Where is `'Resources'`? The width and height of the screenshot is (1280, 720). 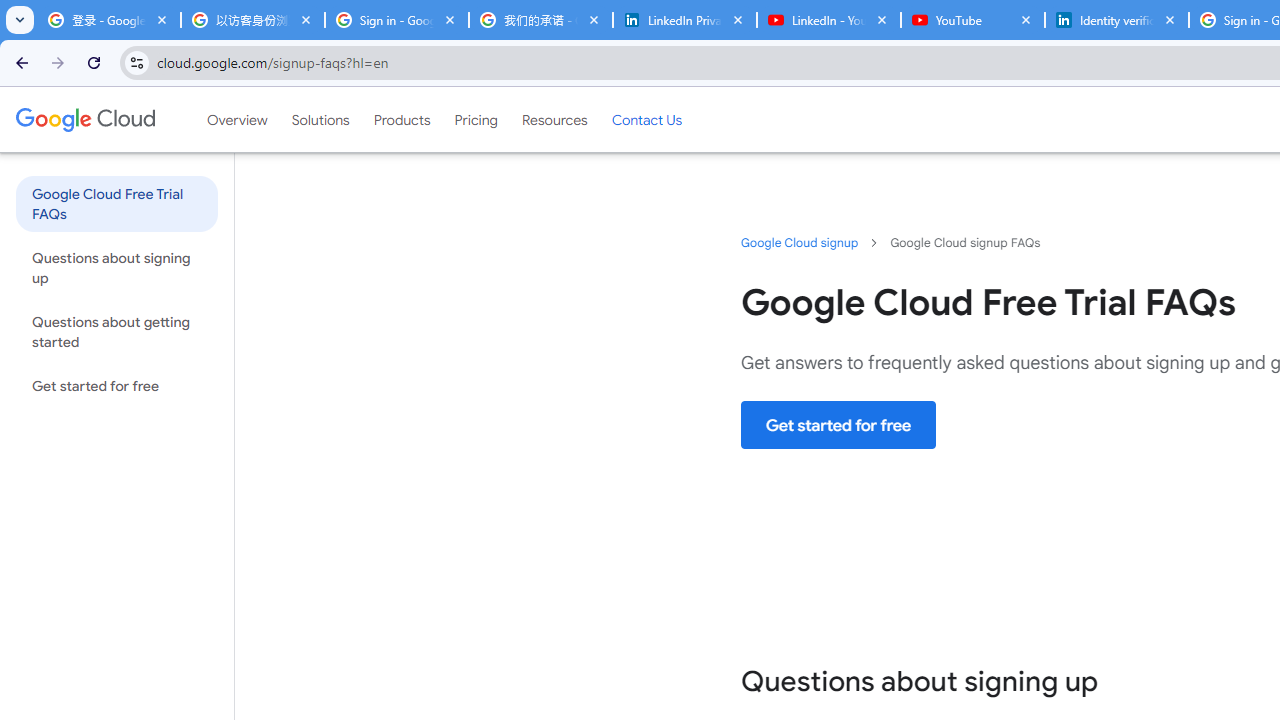
'Resources' is located at coordinates (554, 119).